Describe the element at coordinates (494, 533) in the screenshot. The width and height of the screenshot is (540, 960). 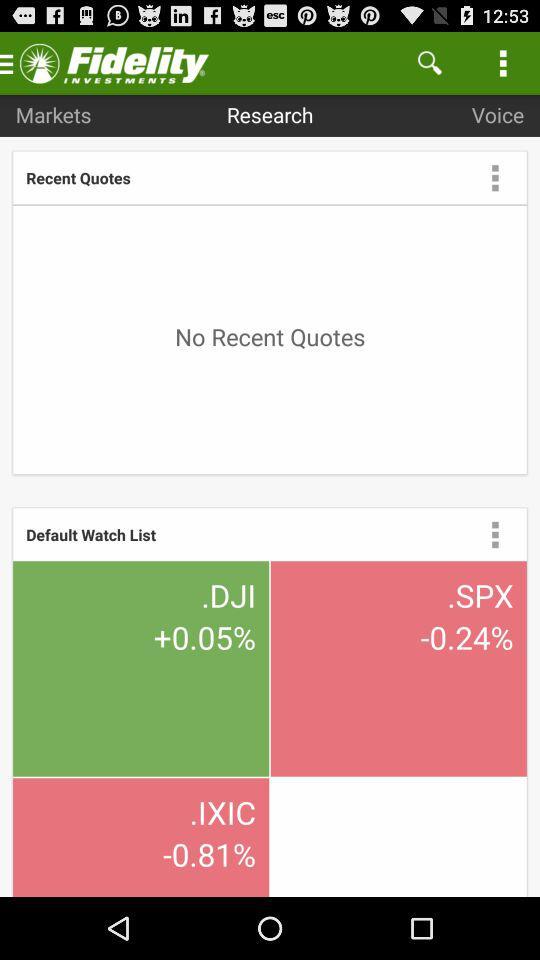
I see `open options menu` at that location.